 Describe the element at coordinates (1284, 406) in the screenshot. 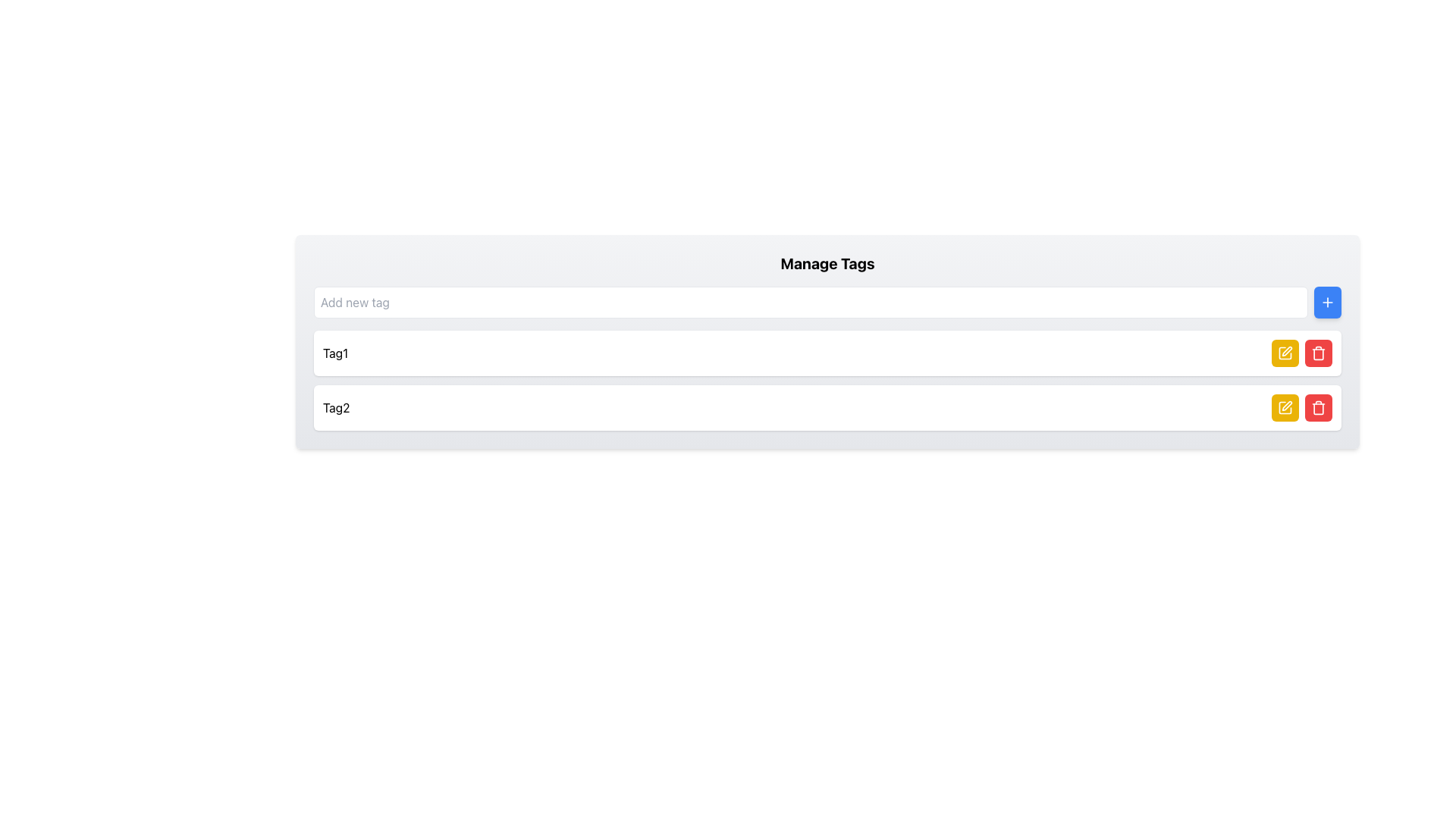

I see `the edit icon button, which is a yellow circular button located to the right of the 'Tag' list item's text field and to the left of the red trash bin icon, to initiate edit mode for the tag` at that location.